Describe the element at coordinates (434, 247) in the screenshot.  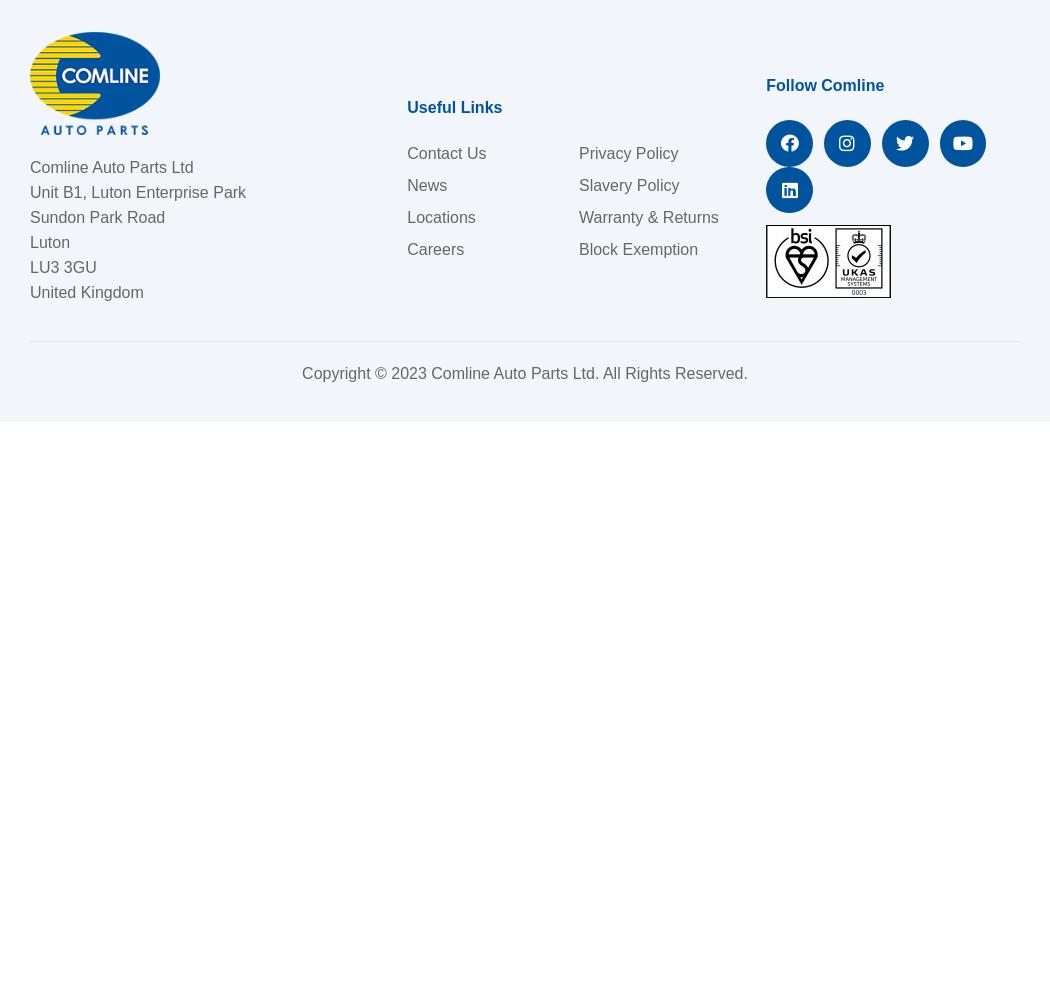
I see `'Careers'` at that location.